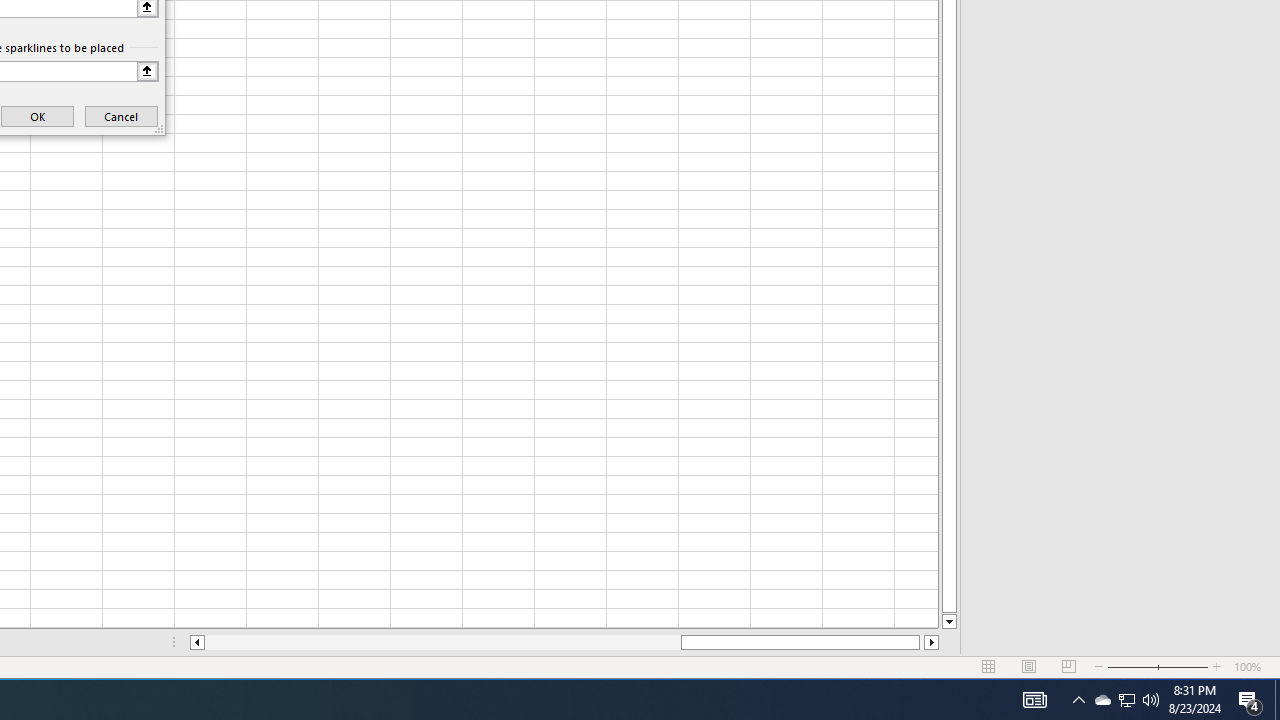 The height and width of the screenshot is (720, 1280). I want to click on 'Zoom In', so click(1216, 667).